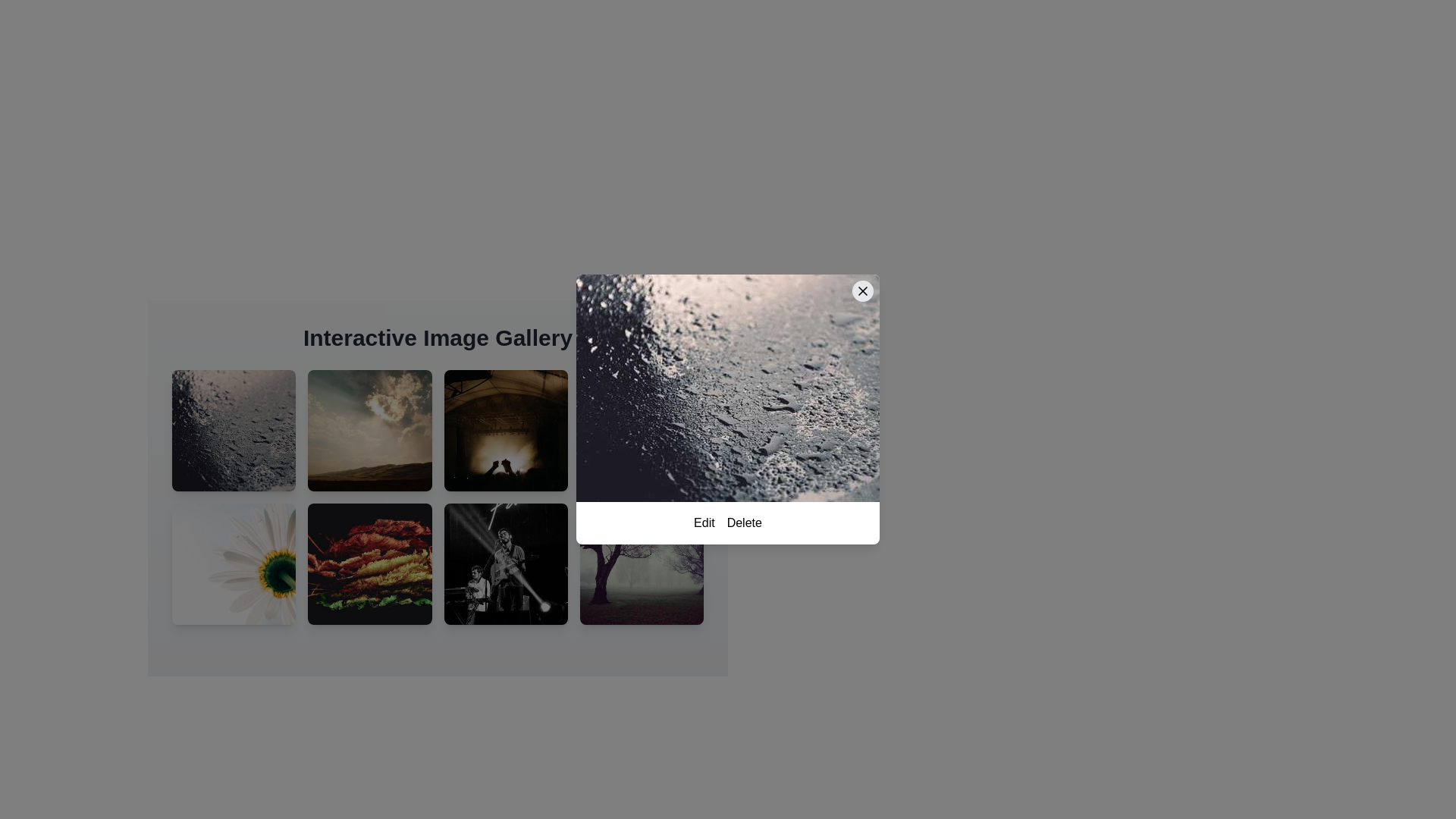 The height and width of the screenshot is (819, 1456). What do you see at coordinates (506, 564) in the screenshot?
I see `the zoom-in icon (SVG) located at the center of the black-and-white image` at bounding box center [506, 564].